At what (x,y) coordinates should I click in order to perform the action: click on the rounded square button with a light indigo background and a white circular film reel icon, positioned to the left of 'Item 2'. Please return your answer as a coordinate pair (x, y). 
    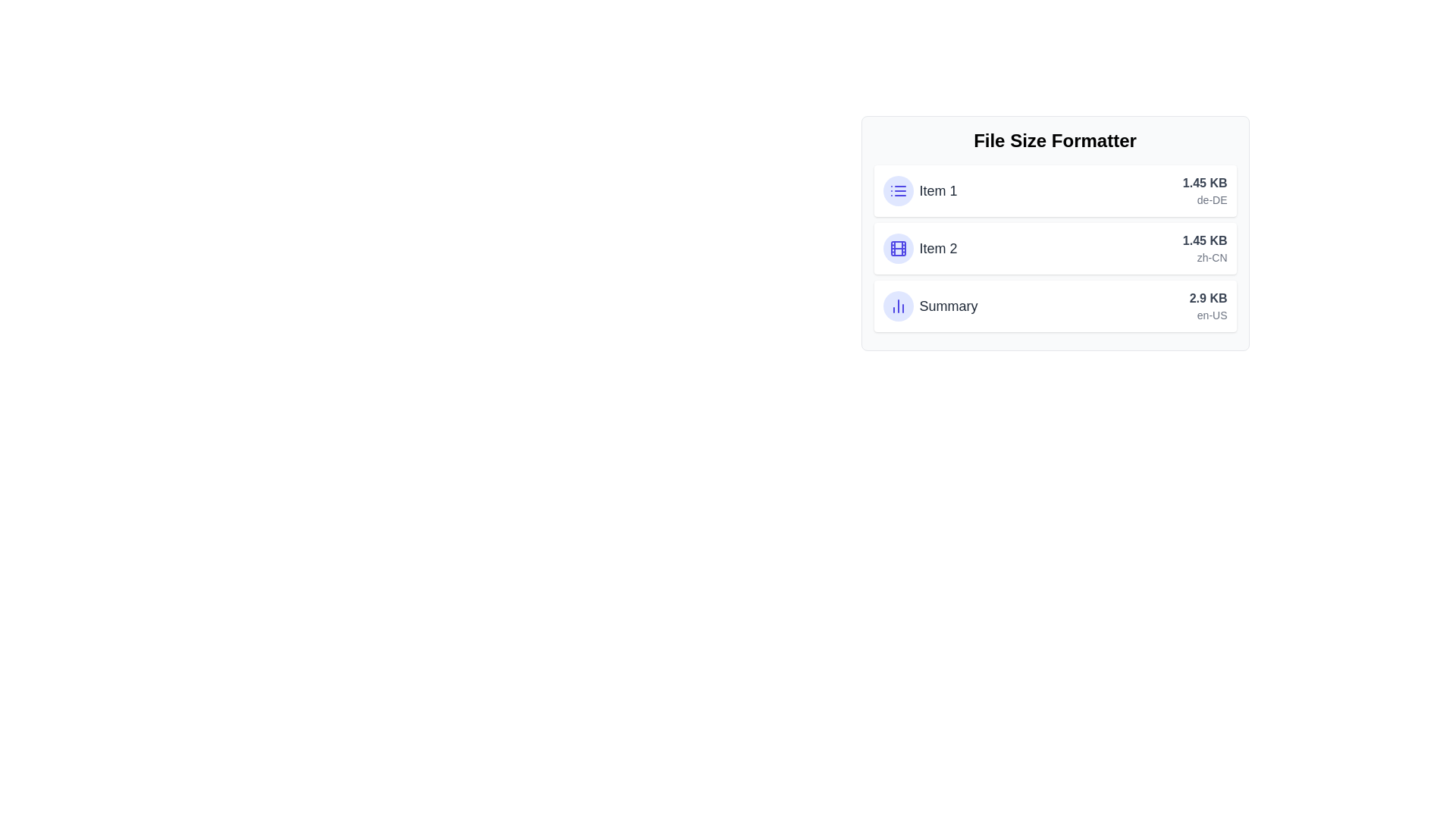
    Looking at the image, I should click on (898, 247).